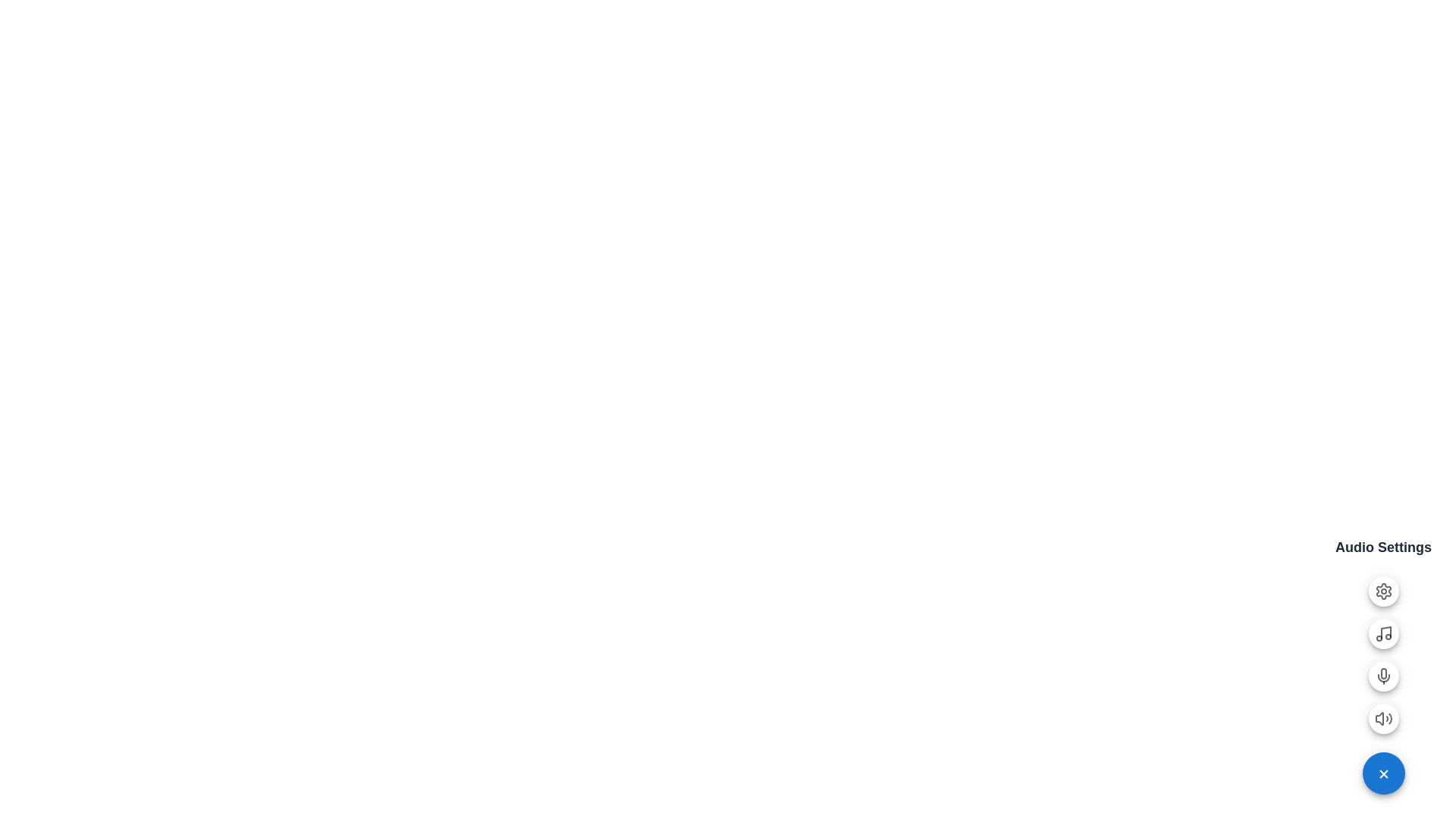 This screenshot has height=819, width=1456. I want to click on the volume icon, which resembles a speaker with sound waves, located in the bottom right corner of the interface below the 'Audio Settings' label, so click(1379, 718).